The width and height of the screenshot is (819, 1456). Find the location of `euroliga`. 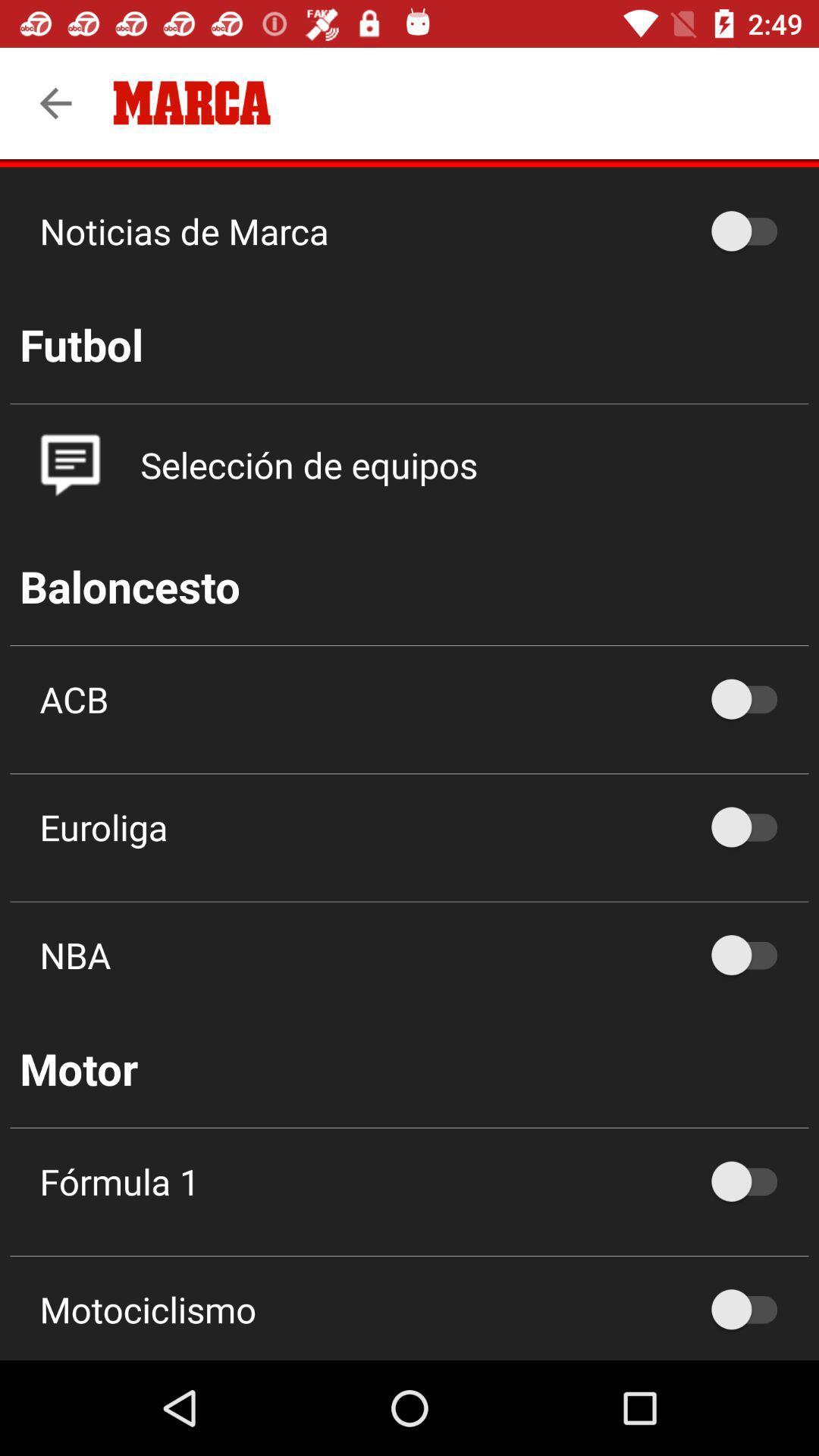

euroliga is located at coordinates (752, 826).